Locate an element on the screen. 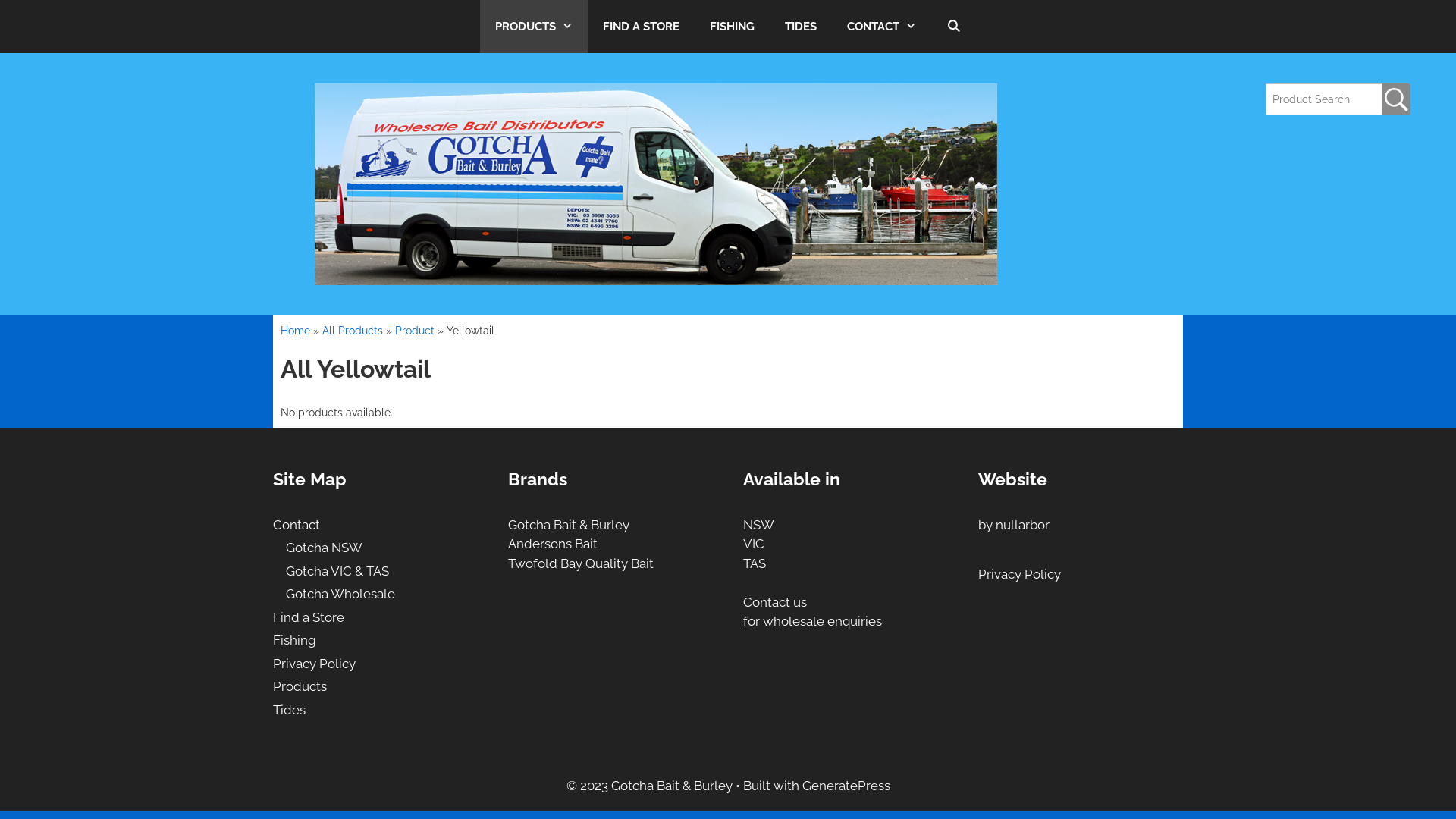 The width and height of the screenshot is (1456, 819). 'NSW' is located at coordinates (758, 523).